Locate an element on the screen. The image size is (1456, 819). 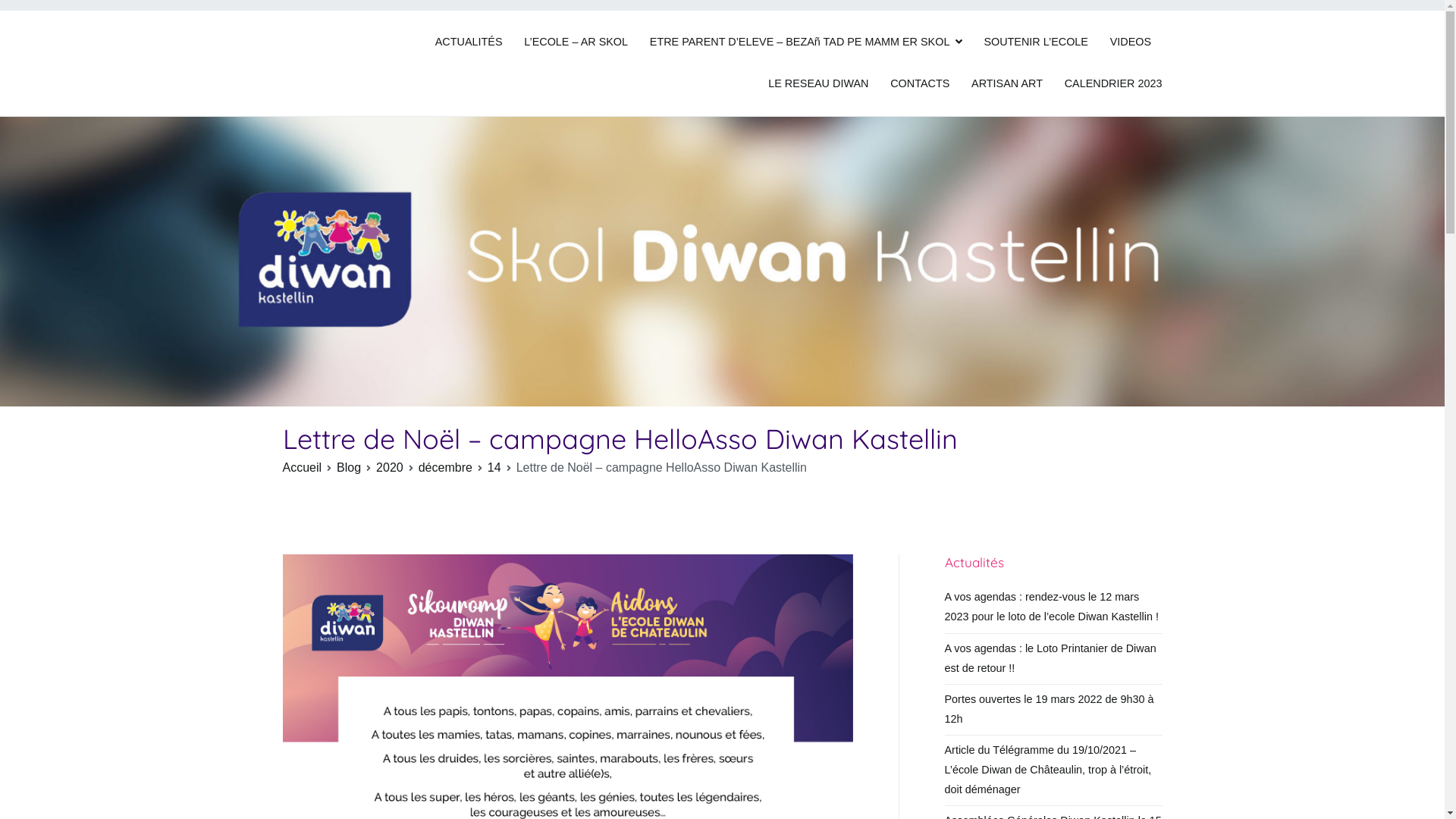
'Accueil' is located at coordinates (282, 466).